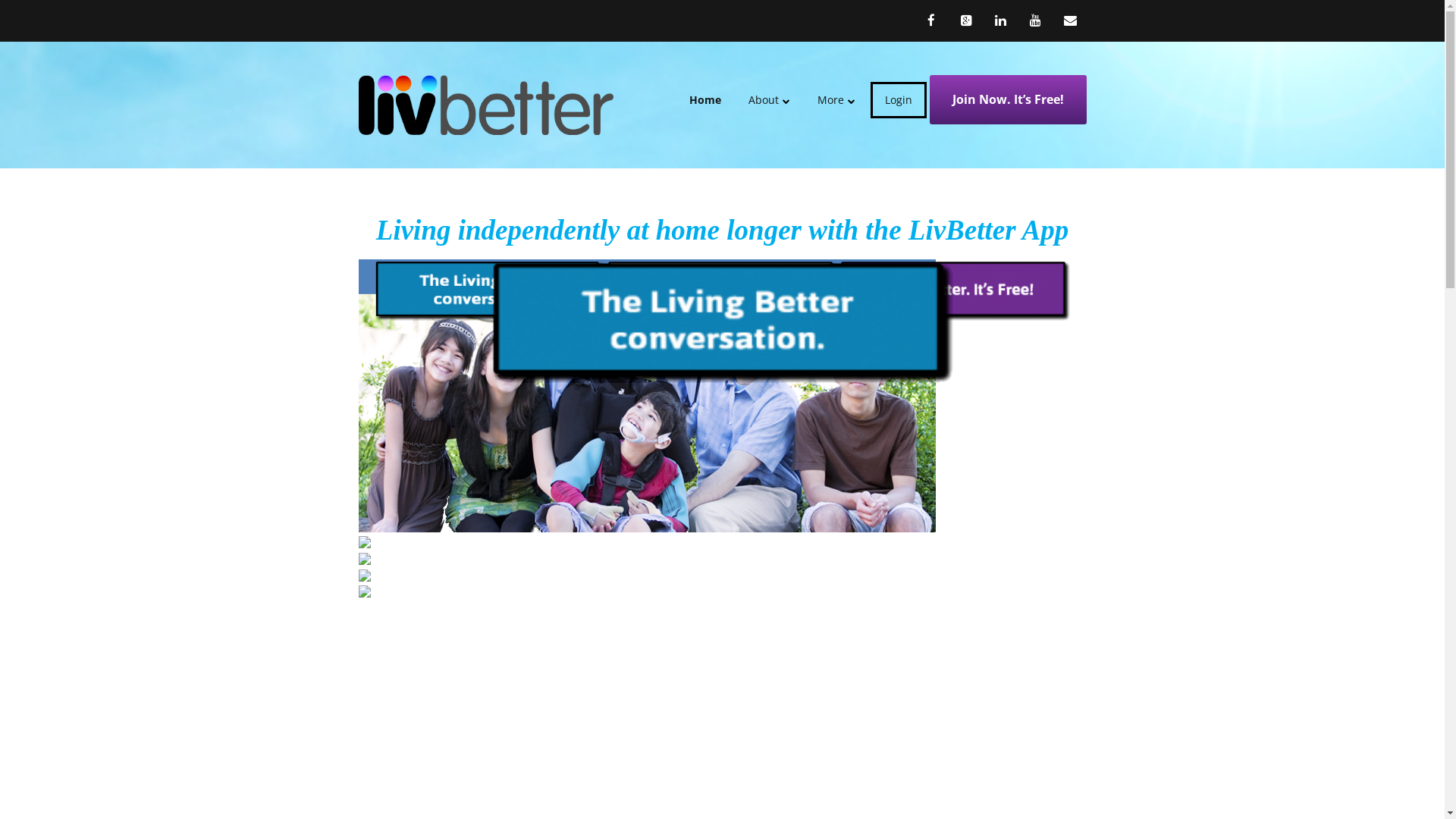 This screenshot has height=819, width=1456. I want to click on 'YouTube', so click(1035, 20).